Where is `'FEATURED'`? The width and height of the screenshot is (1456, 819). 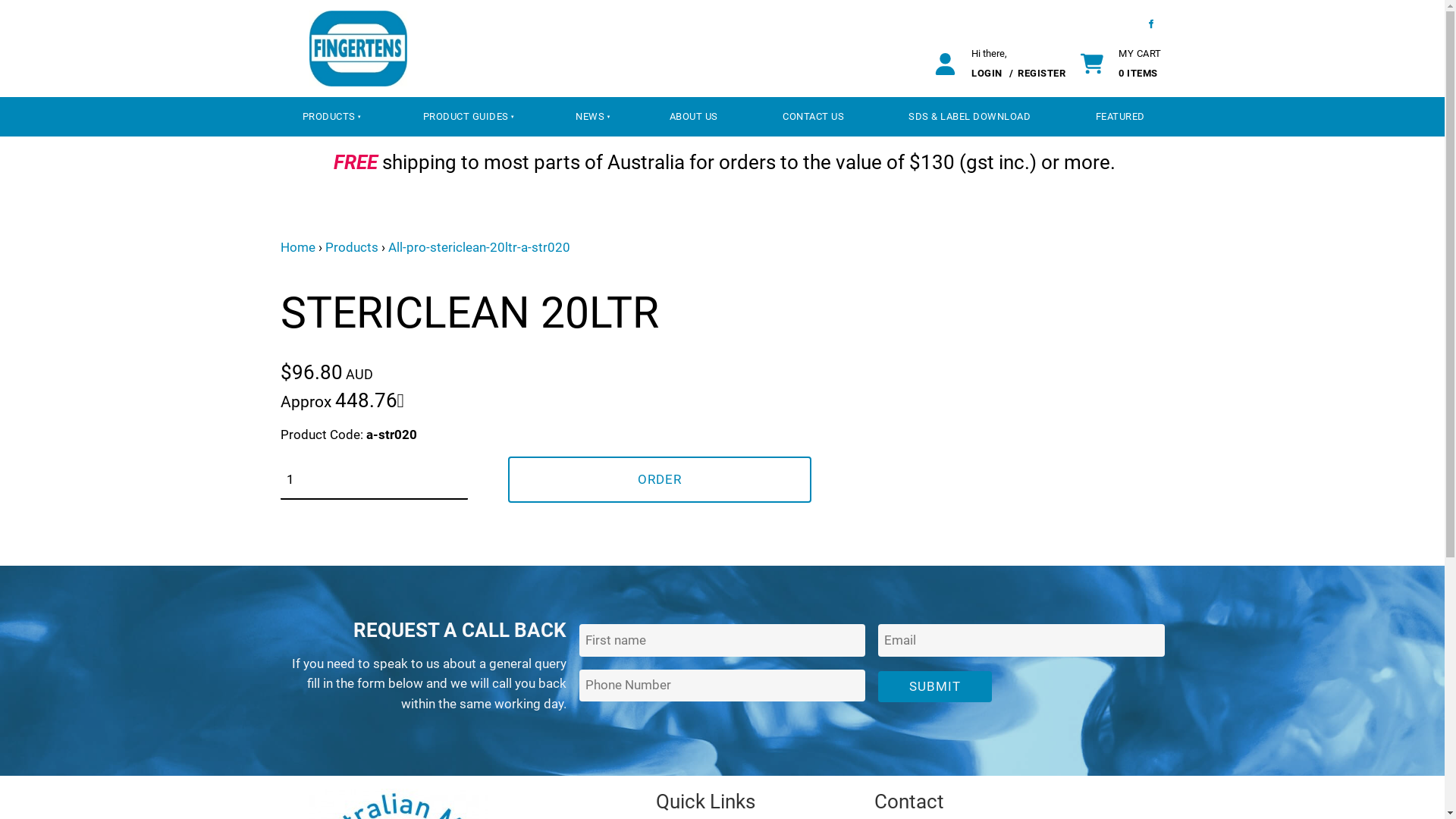
'FEATURED' is located at coordinates (1120, 116).